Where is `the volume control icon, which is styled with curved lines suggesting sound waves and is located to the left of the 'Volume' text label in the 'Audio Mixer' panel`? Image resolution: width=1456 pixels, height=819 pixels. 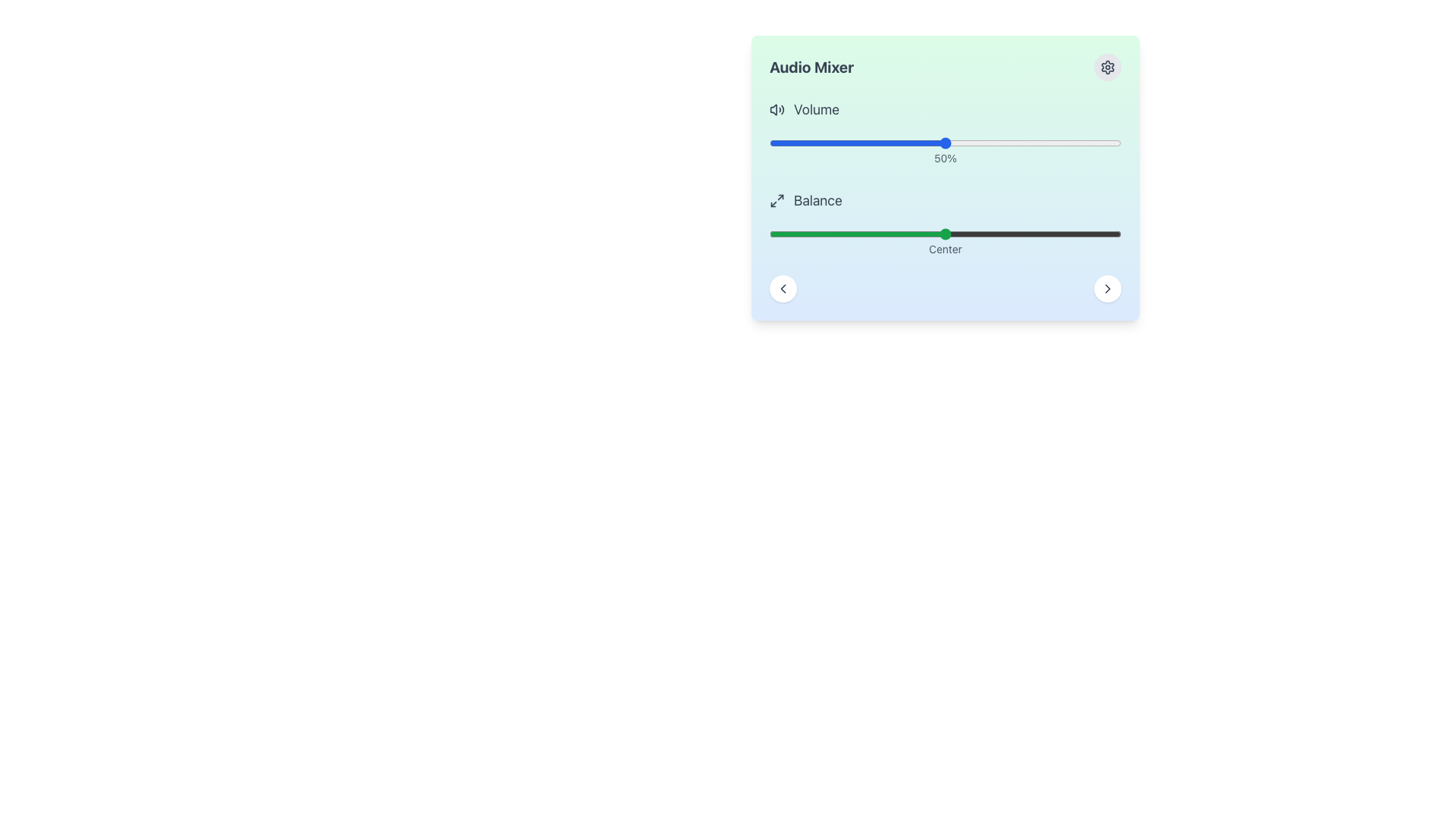 the volume control icon, which is styled with curved lines suggesting sound waves and is located to the left of the 'Volume' text label in the 'Audio Mixer' panel is located at coordinates (777, 109).